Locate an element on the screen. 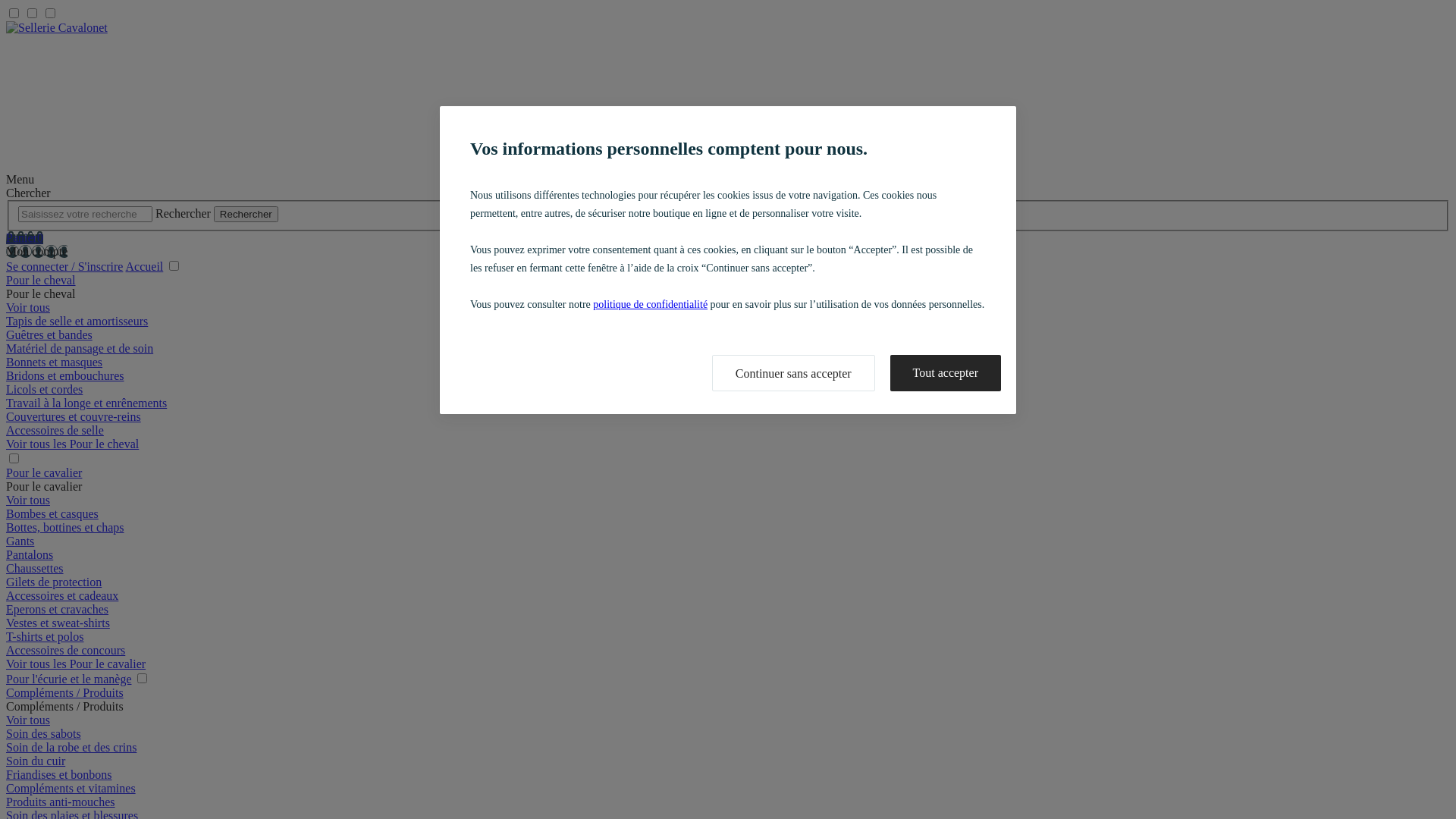 The height and width of the screenshot is (819, 1456). 'Soin des sabots' is located at coordinates (6, 733).